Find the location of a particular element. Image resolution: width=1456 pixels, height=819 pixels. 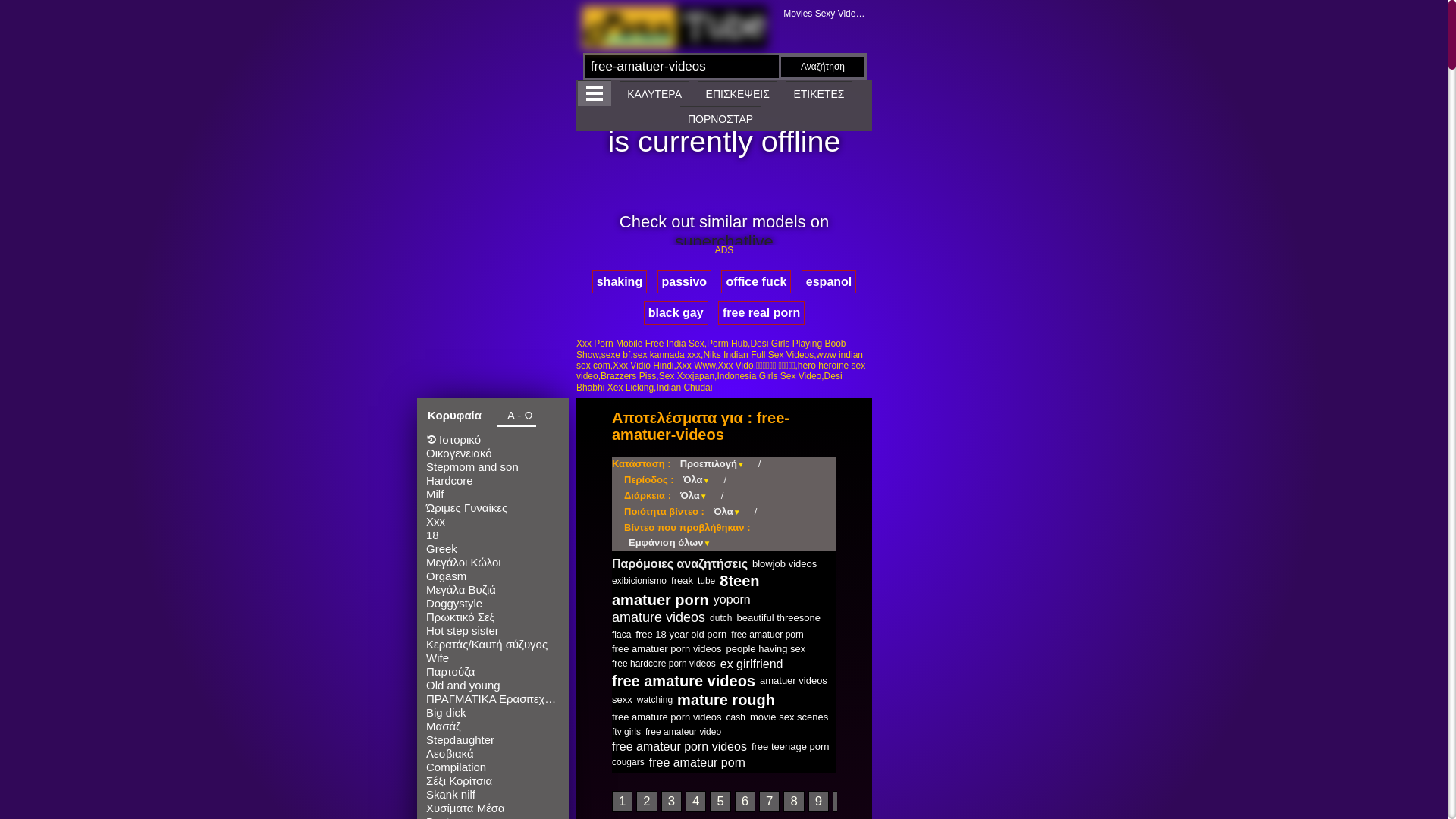

'Stepmom and son' is located at coordinates (492, 466).